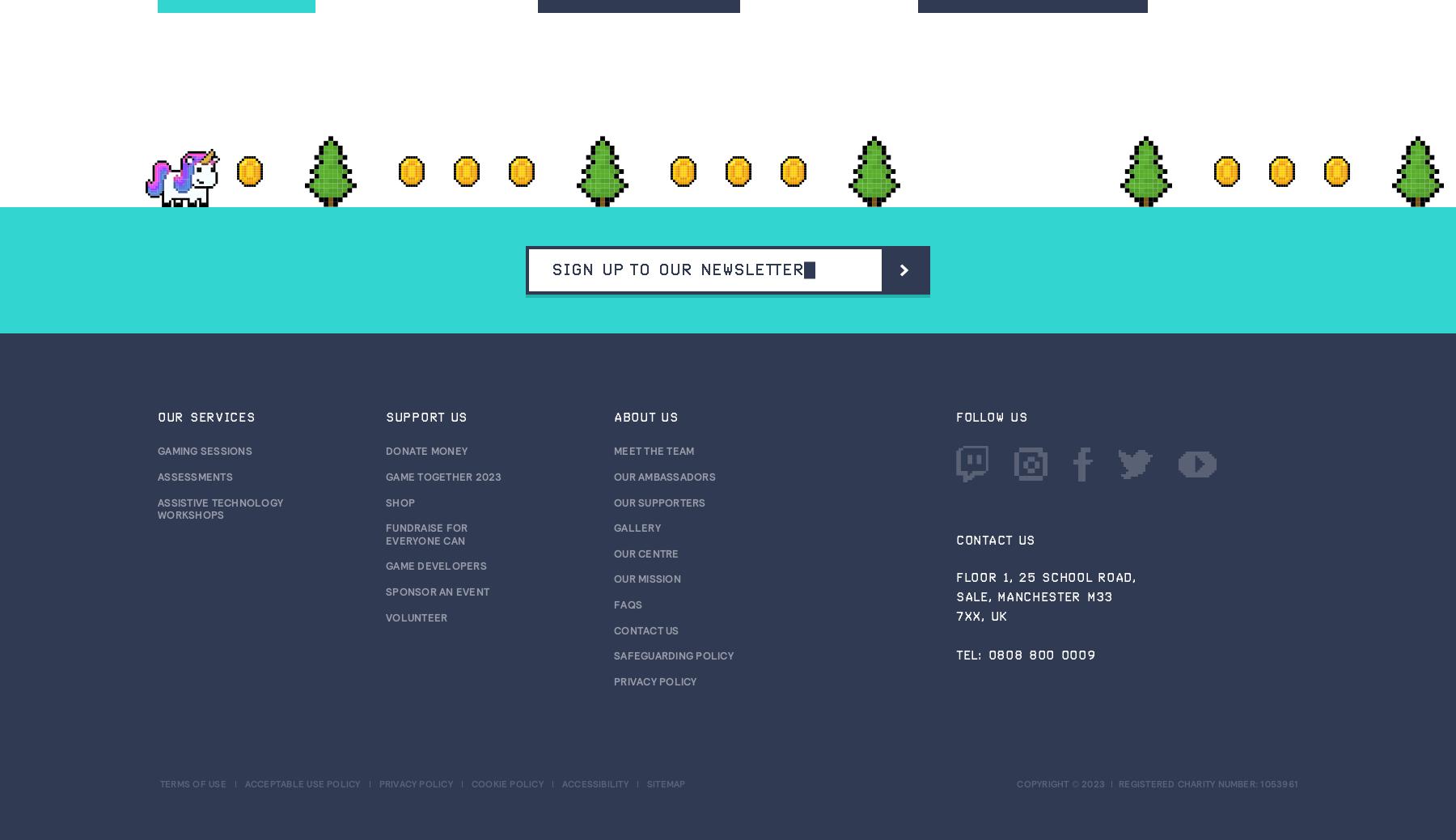 The image size is (1456, 840). Describe the element at coordinates (506, 784) in the screenshot. I see `'Cookie policy'` at that location.